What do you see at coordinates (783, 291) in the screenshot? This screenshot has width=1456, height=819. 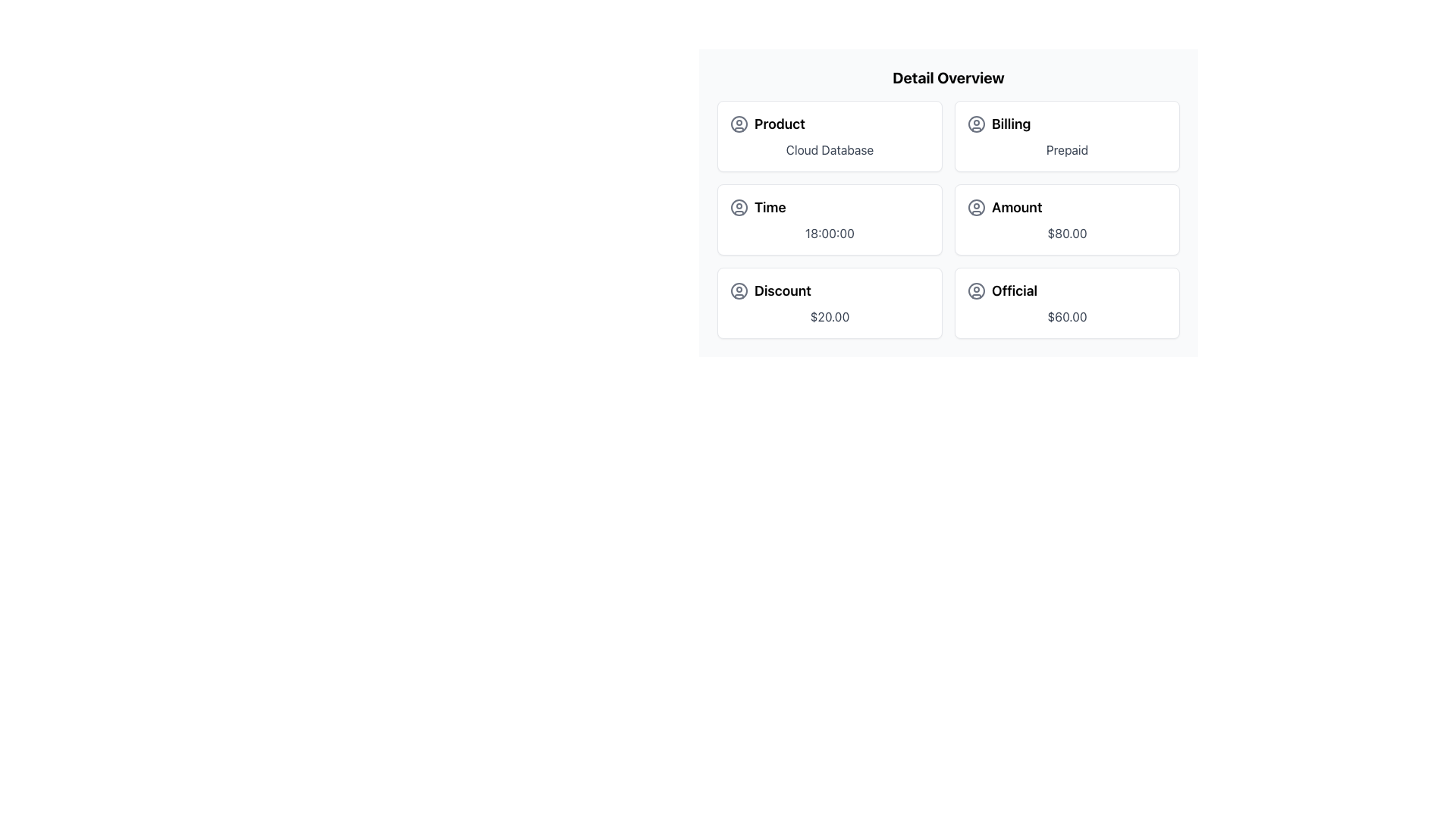 I see `the text label 'Discount' which serves as a header for associated content, located` at bounding box center [783, 291].